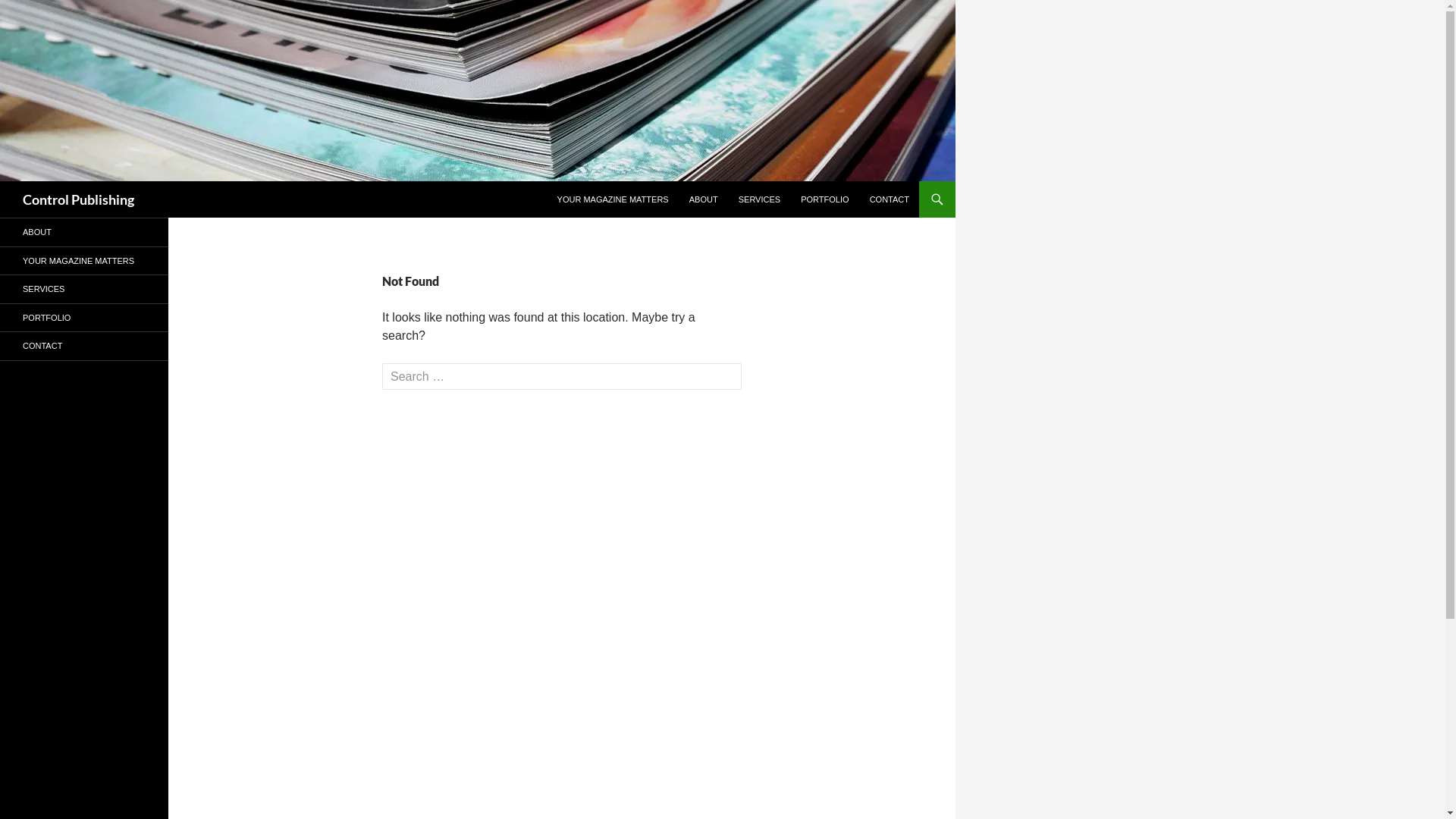  I want to click on 'PORTFOLIO', so click(824, 198).